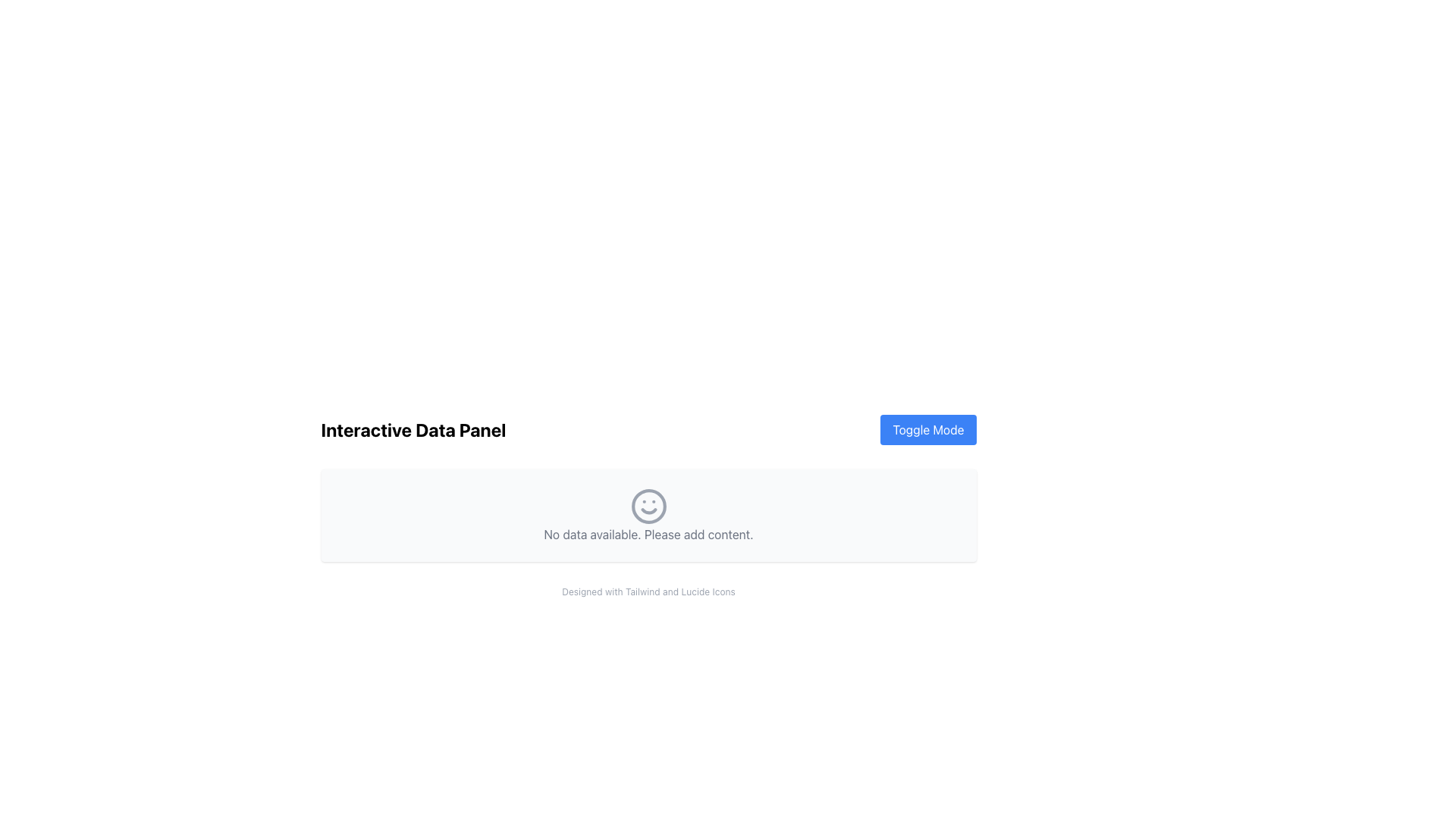  Describe the element at coordinates (927, 430) in the screenshot. I see `the toggle button located in the upper-right corner of the Interactive Data Panel to switch modes` at that location.